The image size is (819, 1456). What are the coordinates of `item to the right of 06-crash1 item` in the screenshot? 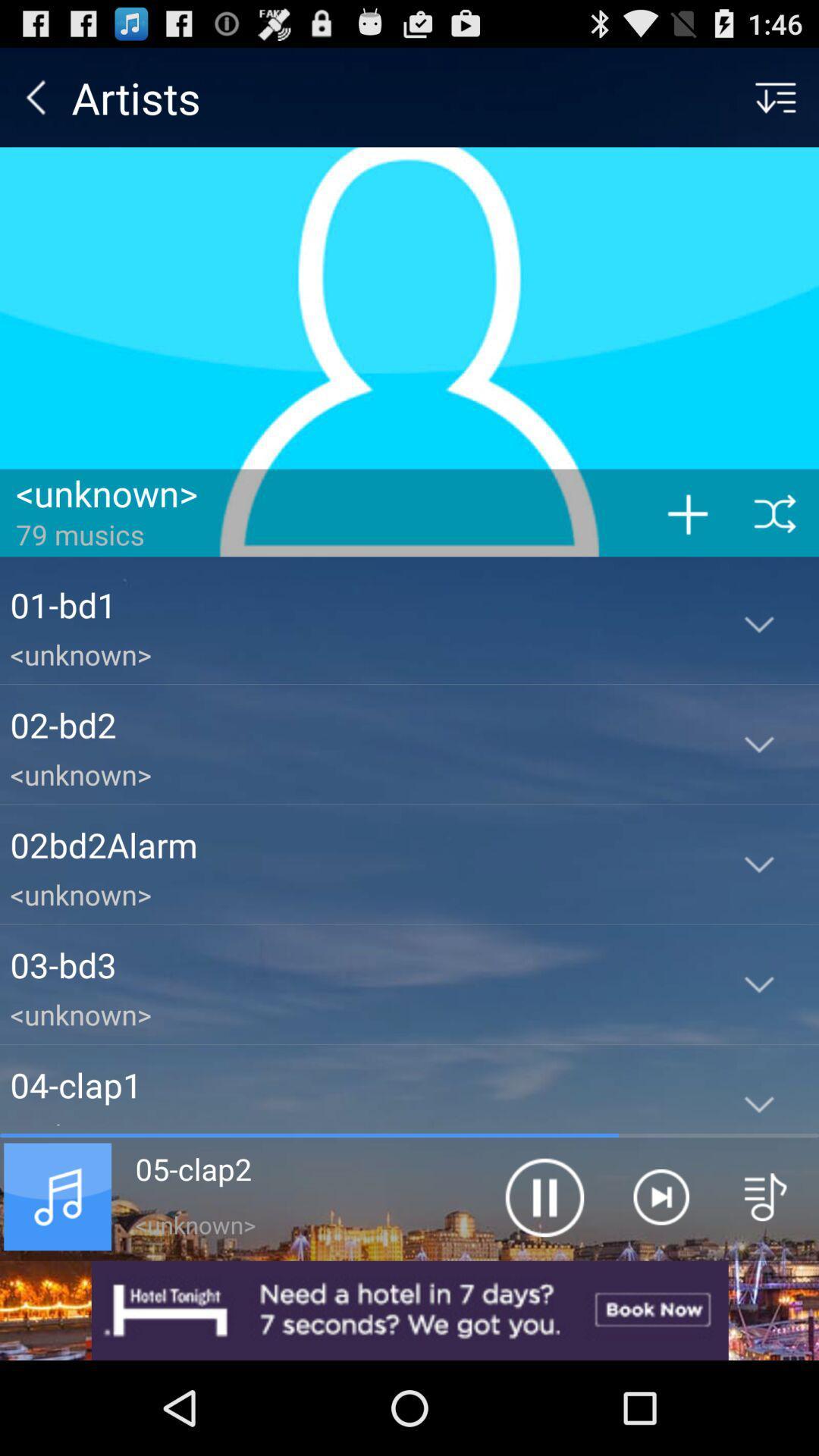 It's located at (543, 1196).